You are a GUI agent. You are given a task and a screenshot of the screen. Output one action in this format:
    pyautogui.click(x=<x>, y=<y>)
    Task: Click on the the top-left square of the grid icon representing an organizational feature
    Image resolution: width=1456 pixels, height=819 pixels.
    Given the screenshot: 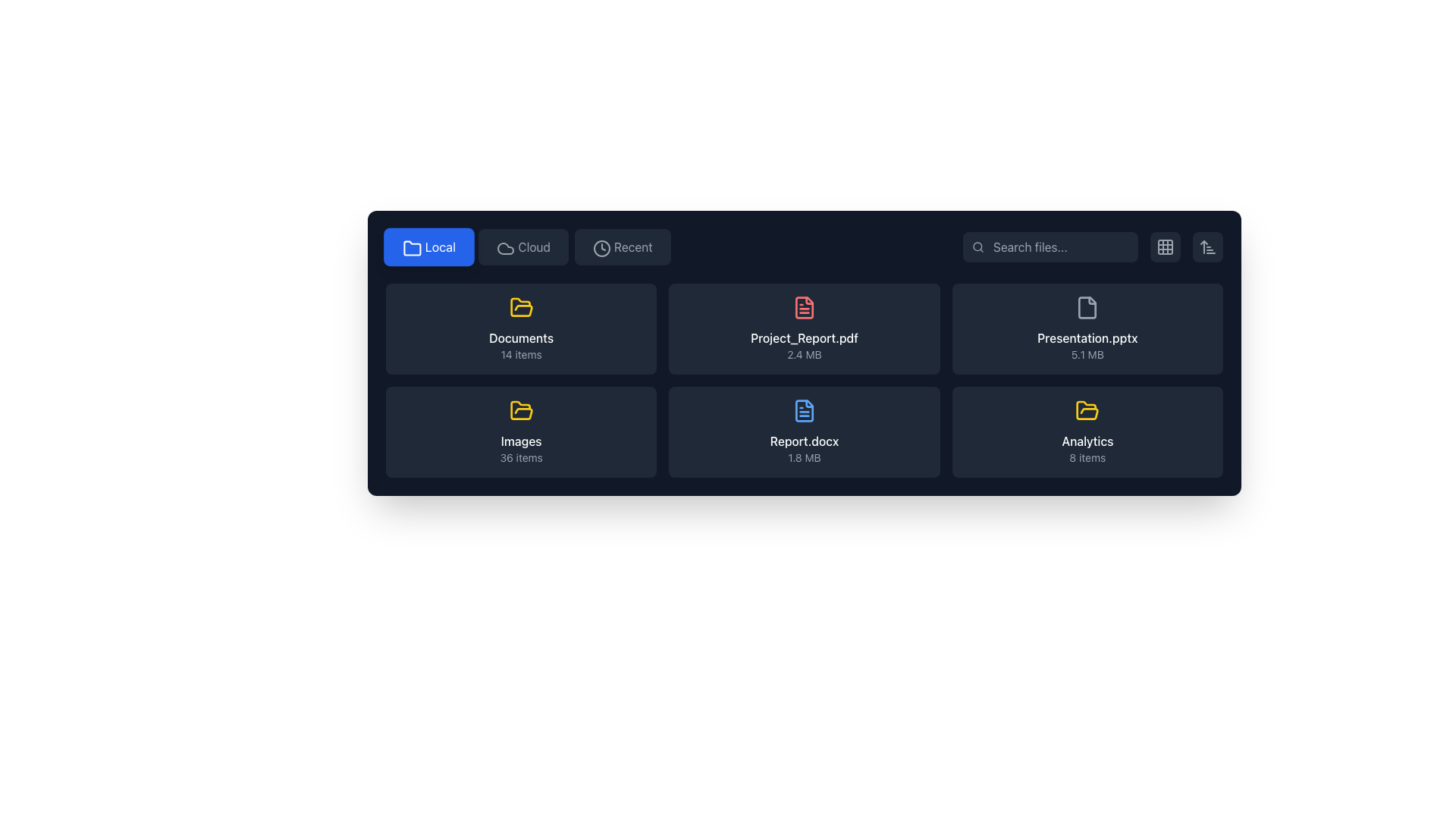 What is the action you would take?
    pyautogui.click(x=1164, y=246)
    